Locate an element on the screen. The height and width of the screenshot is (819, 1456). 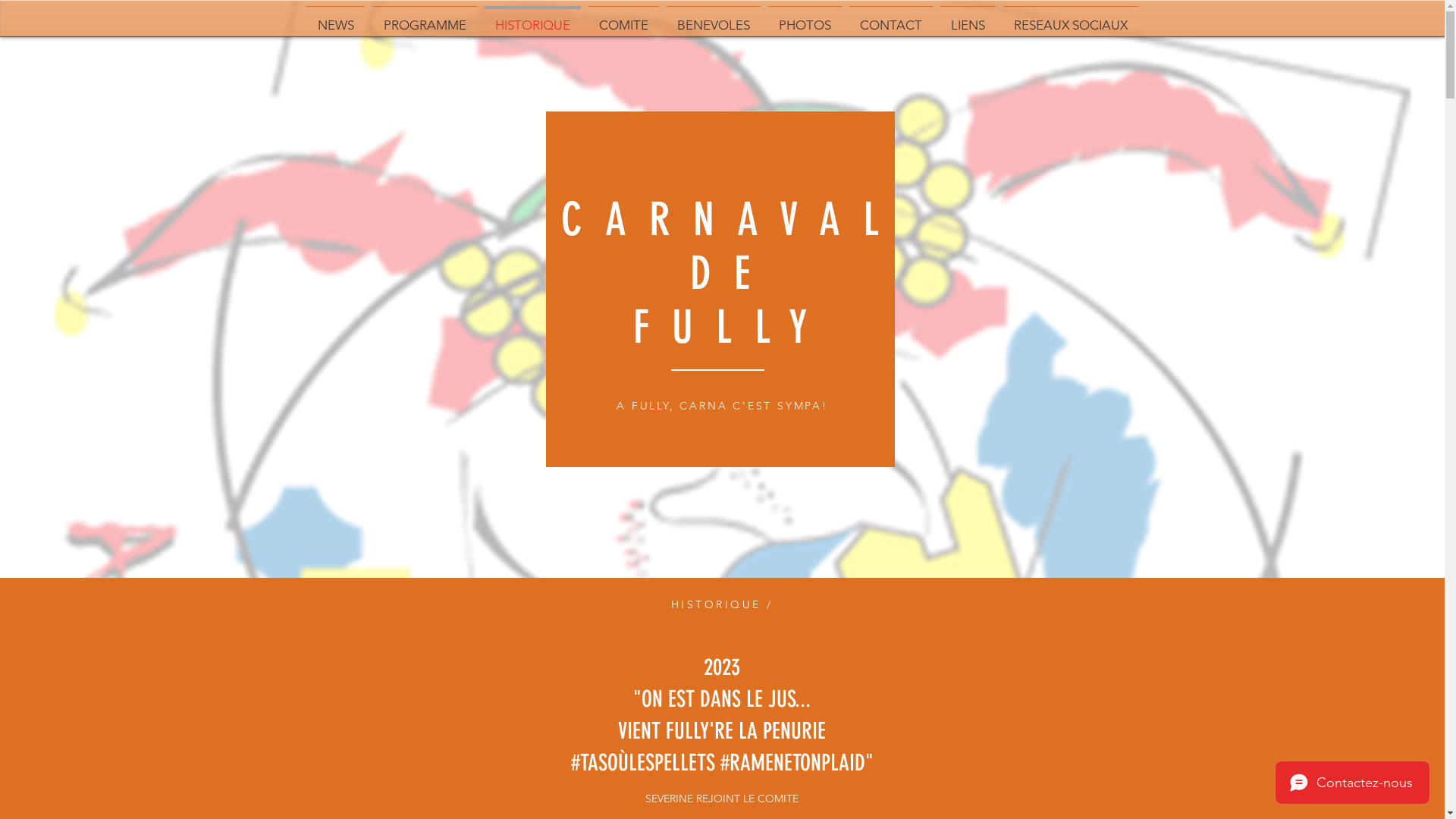
'LIENS' is located at coordinates (967, 18).